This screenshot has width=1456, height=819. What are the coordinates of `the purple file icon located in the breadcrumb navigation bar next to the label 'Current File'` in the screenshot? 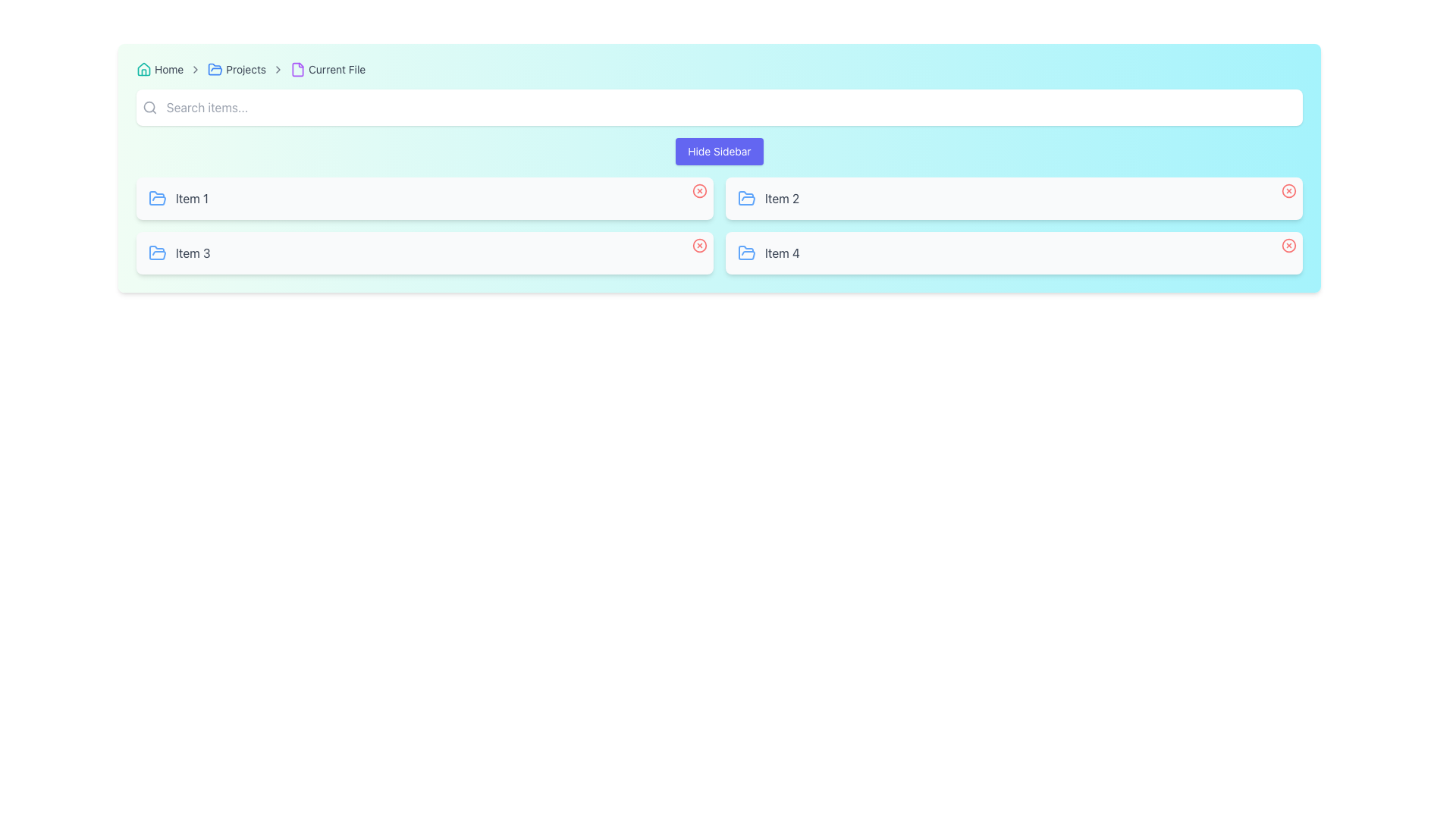 It's located at (298, 70).